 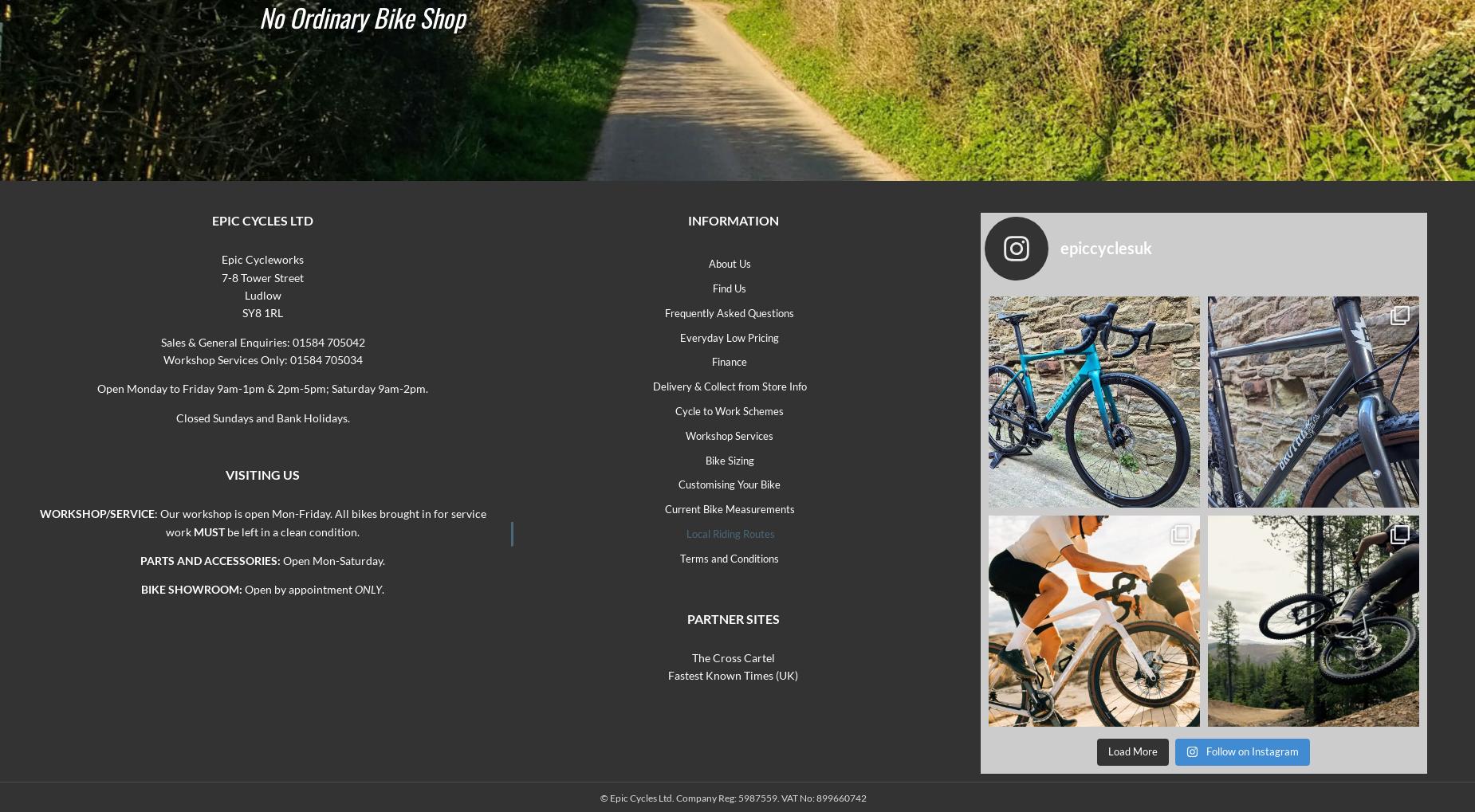 What do you see at coordinates (730, 532) in the screenshot?
I see `'Local Riding Routes'` at bounding box center [730, 532].